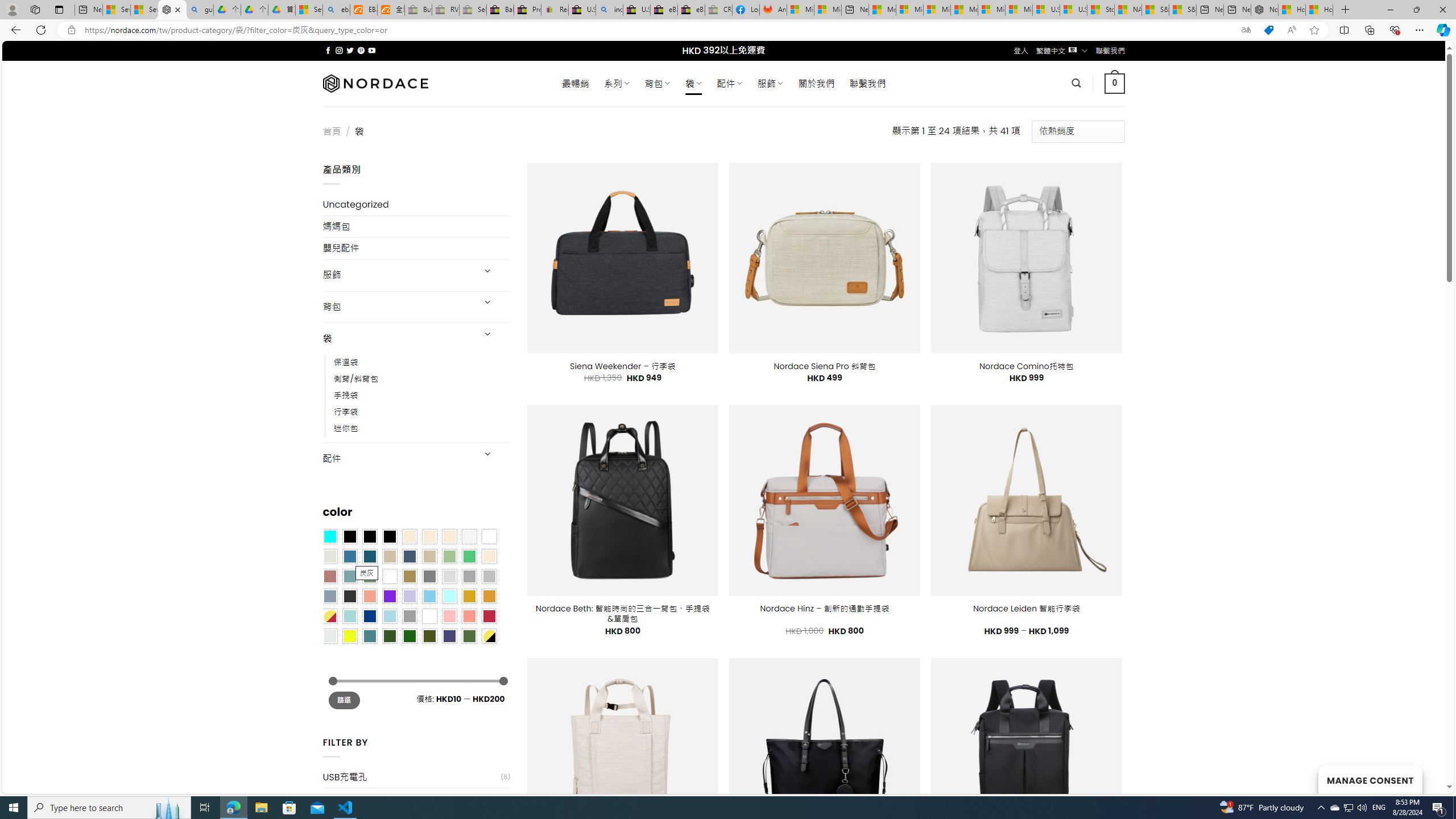 This screenshot has height=819, width=1456. Describe the element at coordinates (1370, 779) in the screenshot. I see `'MANAGE CONSENT'` at that location.